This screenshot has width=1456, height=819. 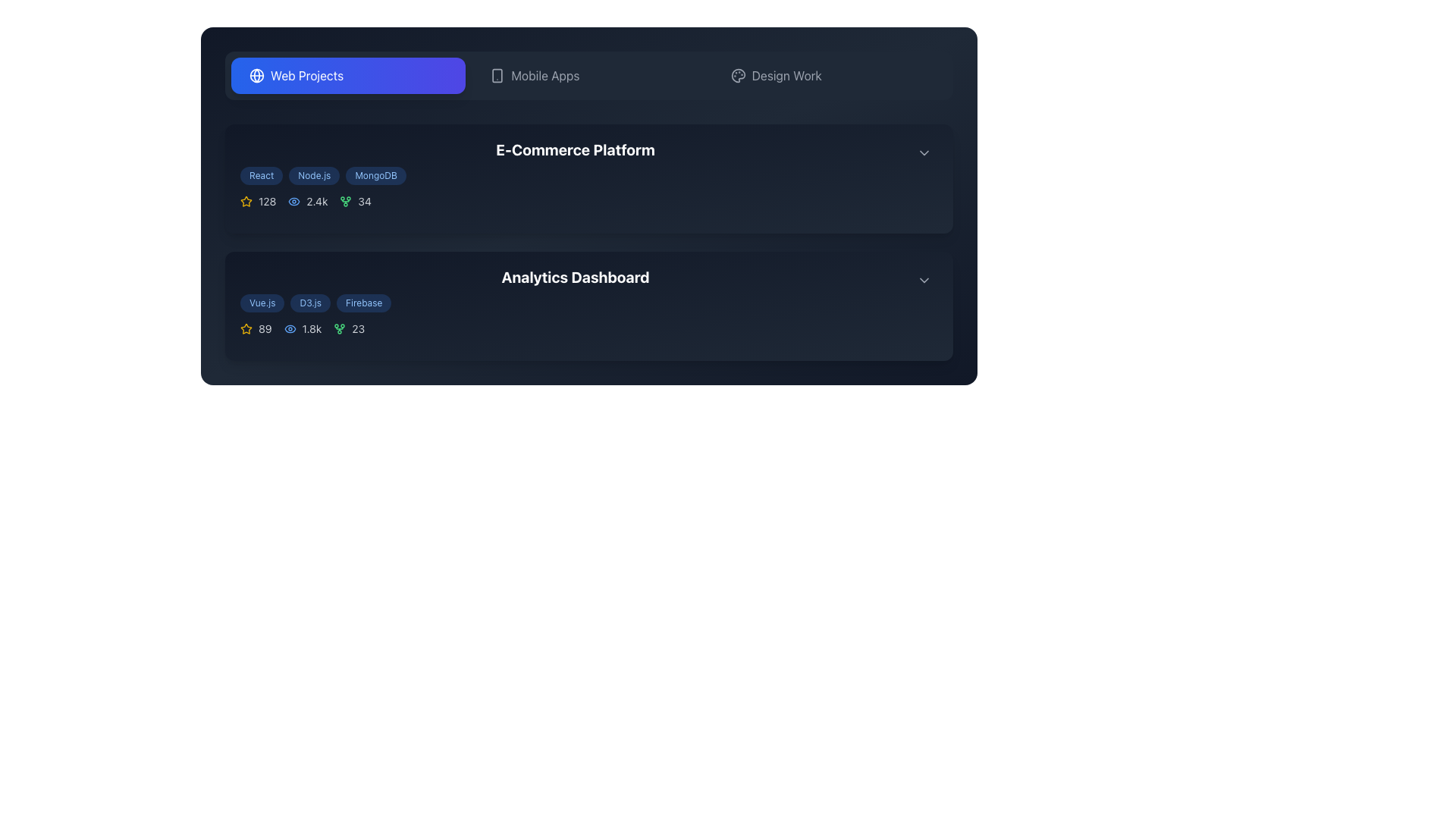 I want to click on the 'Firebase' text label, which is a rounded rectangular tag with a blue background and light blue text, so click(x=364, y=303).